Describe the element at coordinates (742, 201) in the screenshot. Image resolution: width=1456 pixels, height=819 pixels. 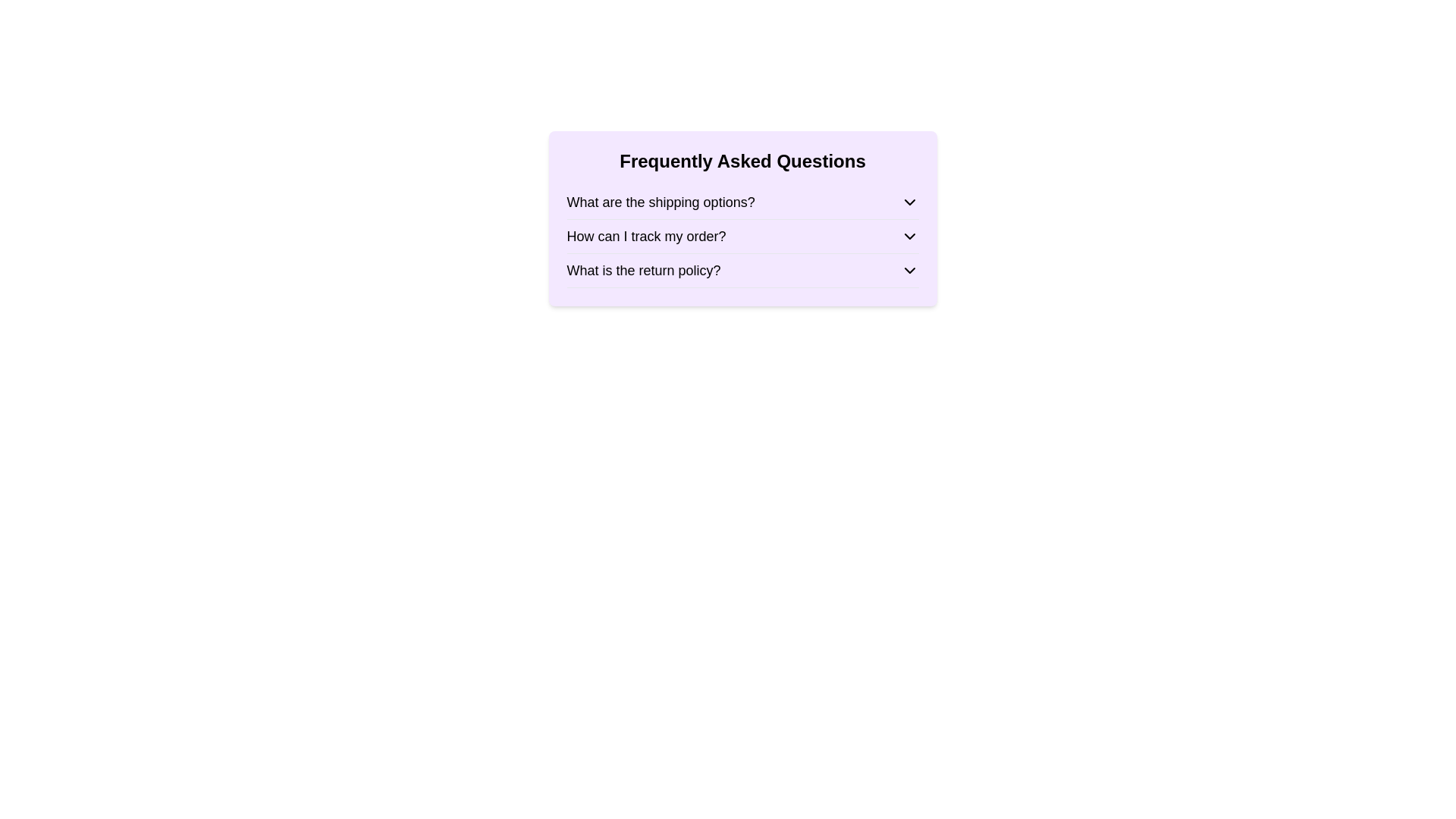
I see `the Toggle button labeled 'What are the shipping options?' with a downward arrow icon, located in the Frequently Asked Questions section` at that location.